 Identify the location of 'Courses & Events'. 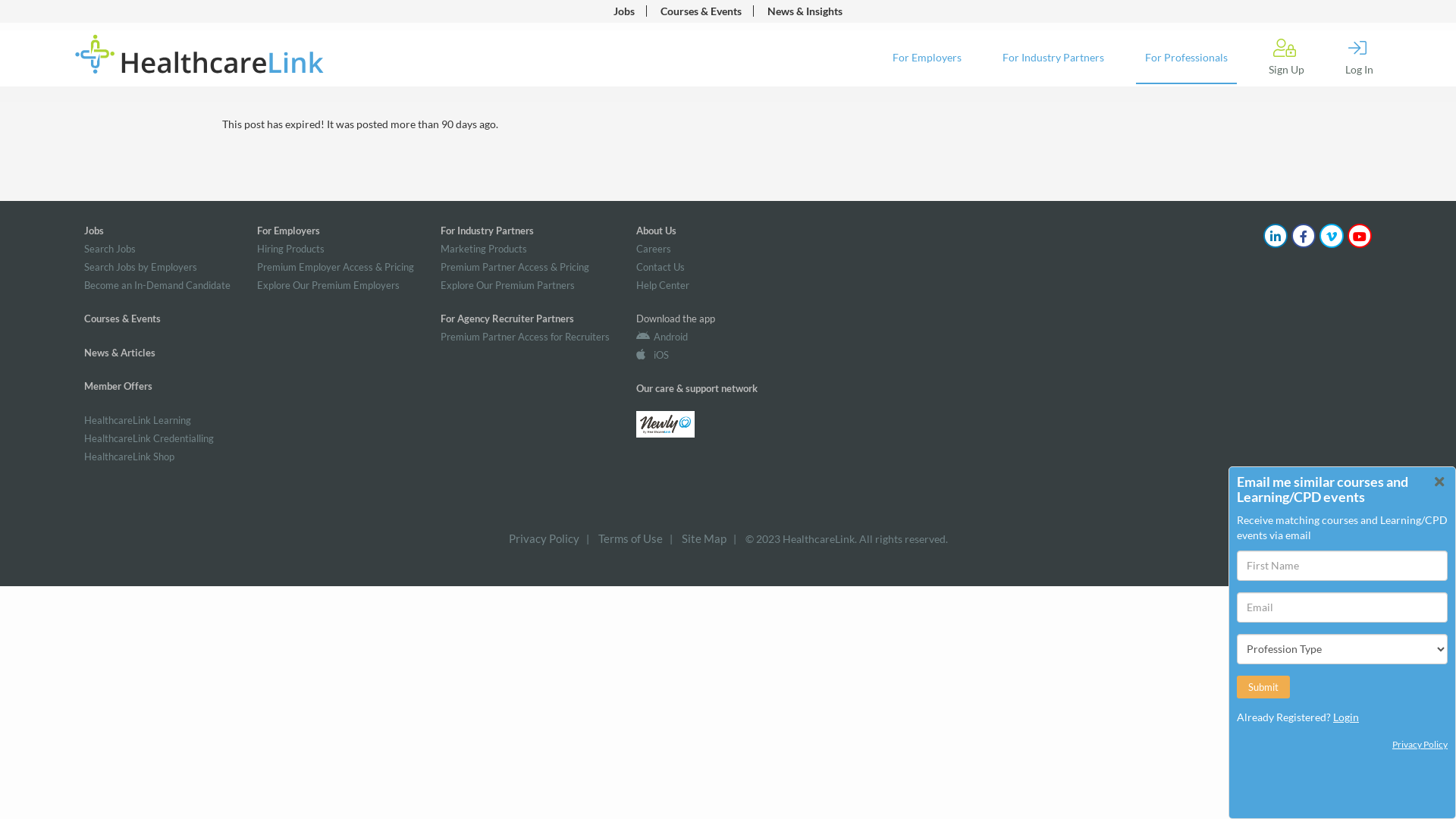
(700, 11).